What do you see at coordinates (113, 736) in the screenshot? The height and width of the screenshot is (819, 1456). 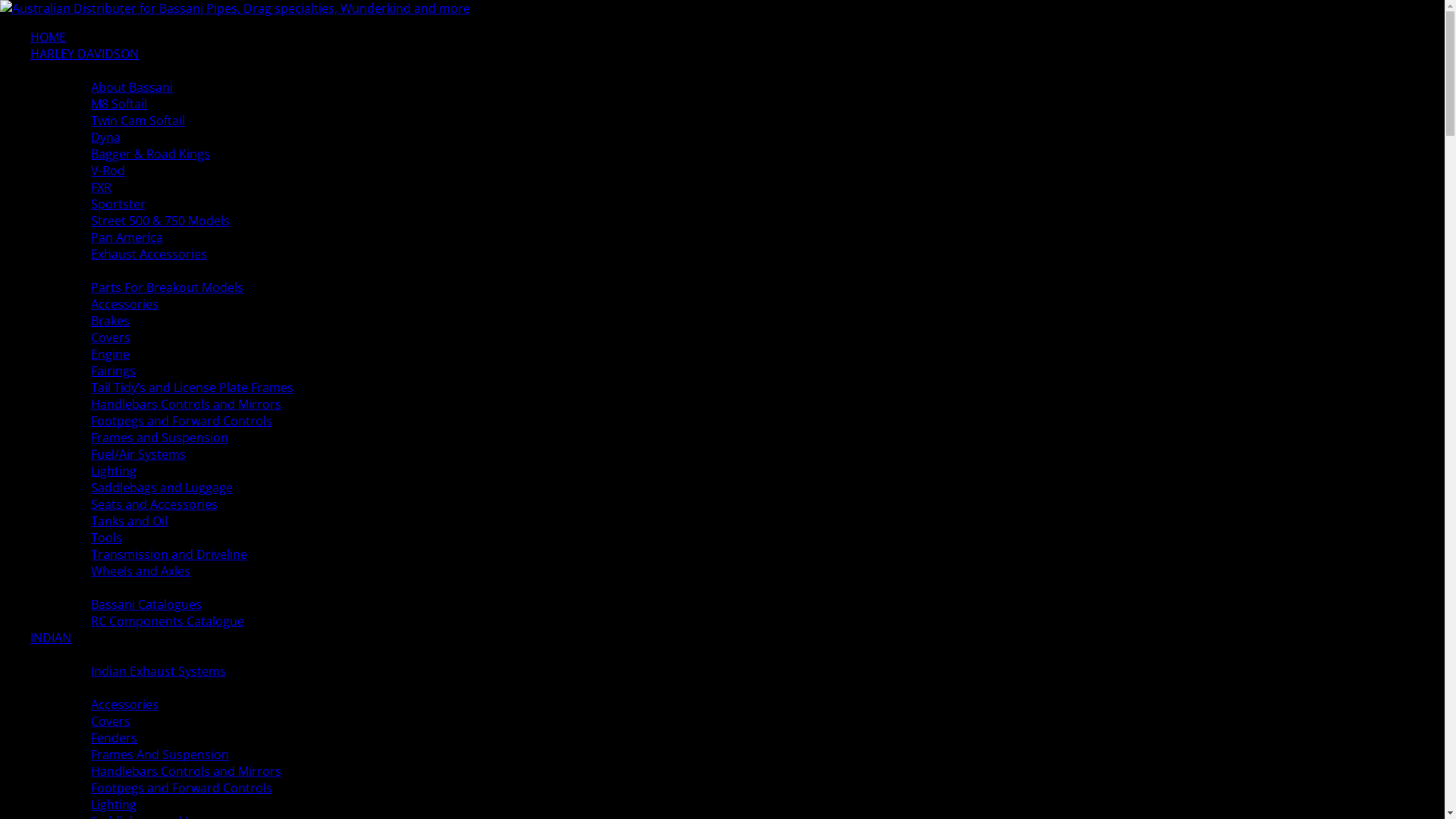 I see `'Fenders'` at bounding box center [113, 736].